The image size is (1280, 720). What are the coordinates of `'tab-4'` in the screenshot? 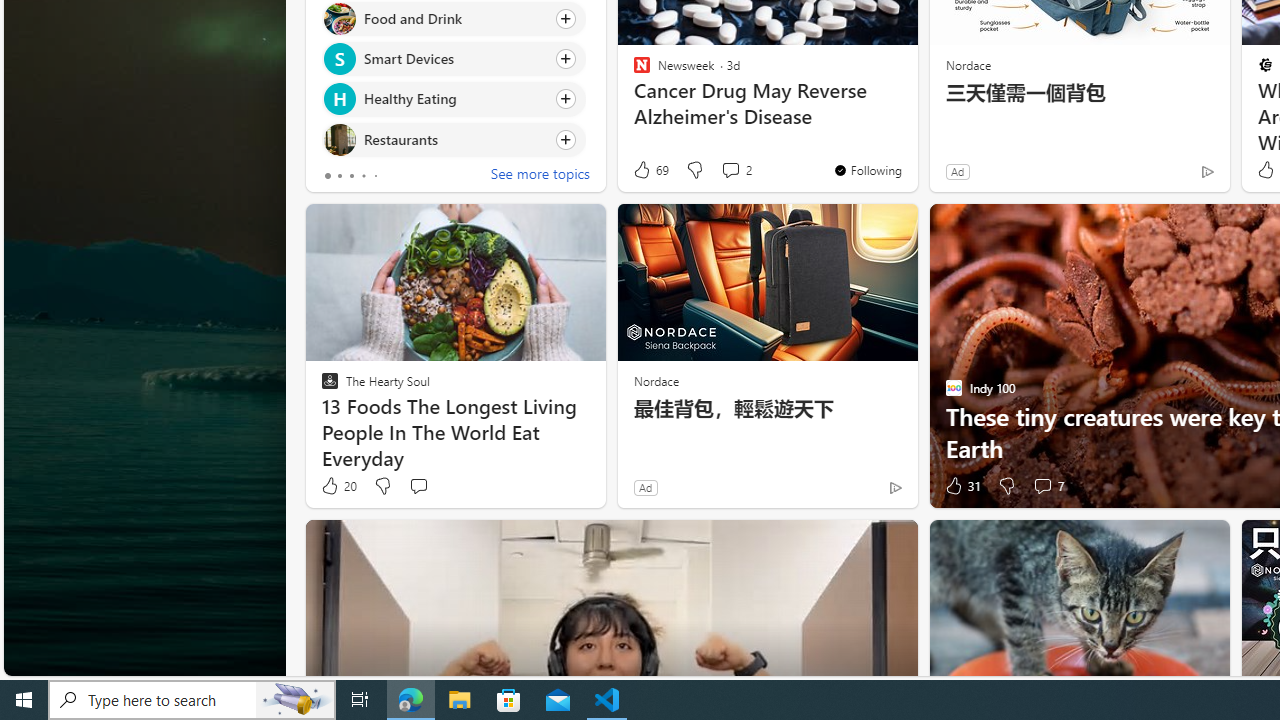 It's located at (375, 175).